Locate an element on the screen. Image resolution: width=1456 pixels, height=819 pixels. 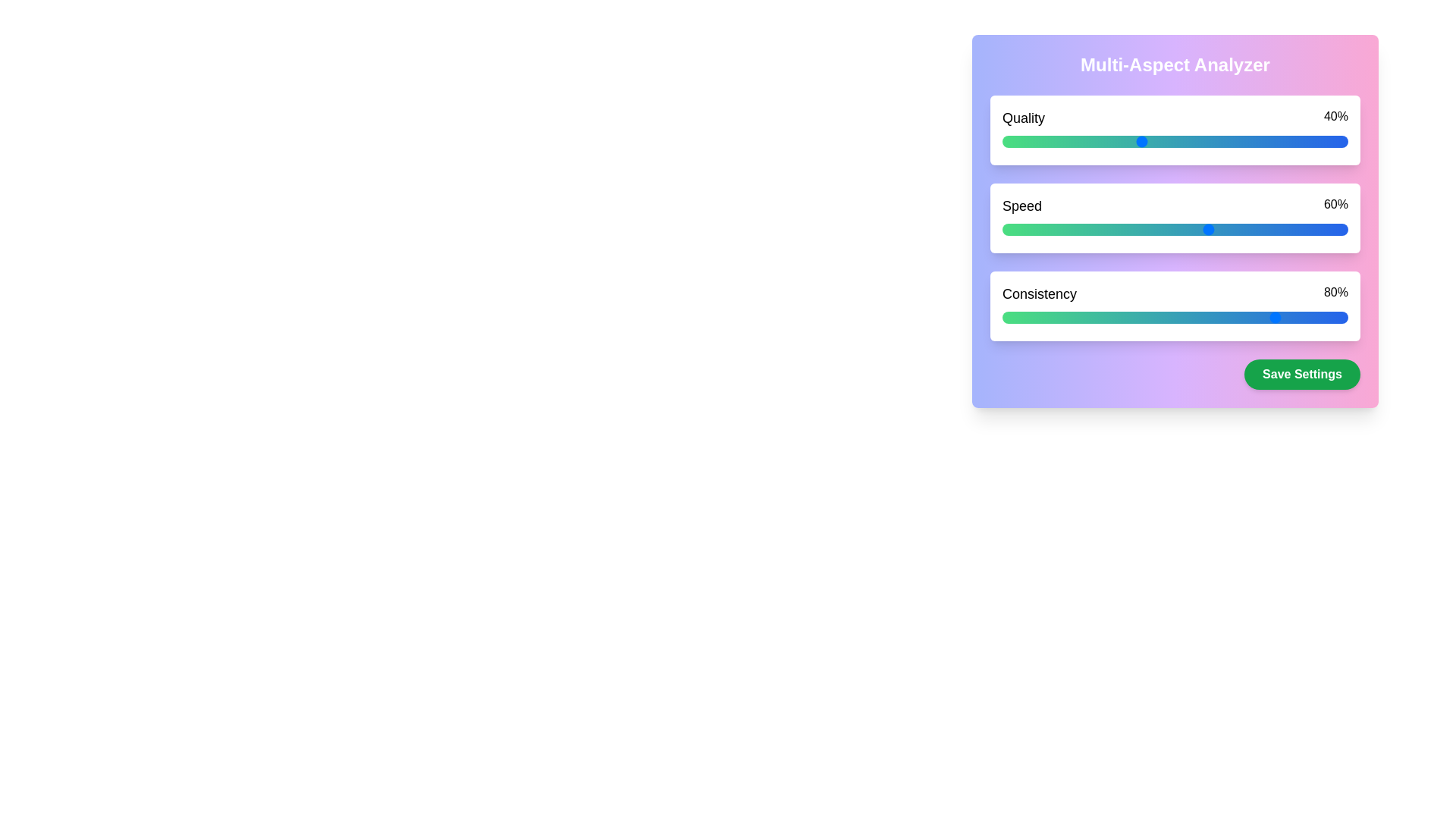
Consistency is located at coordinates (1202, 317).